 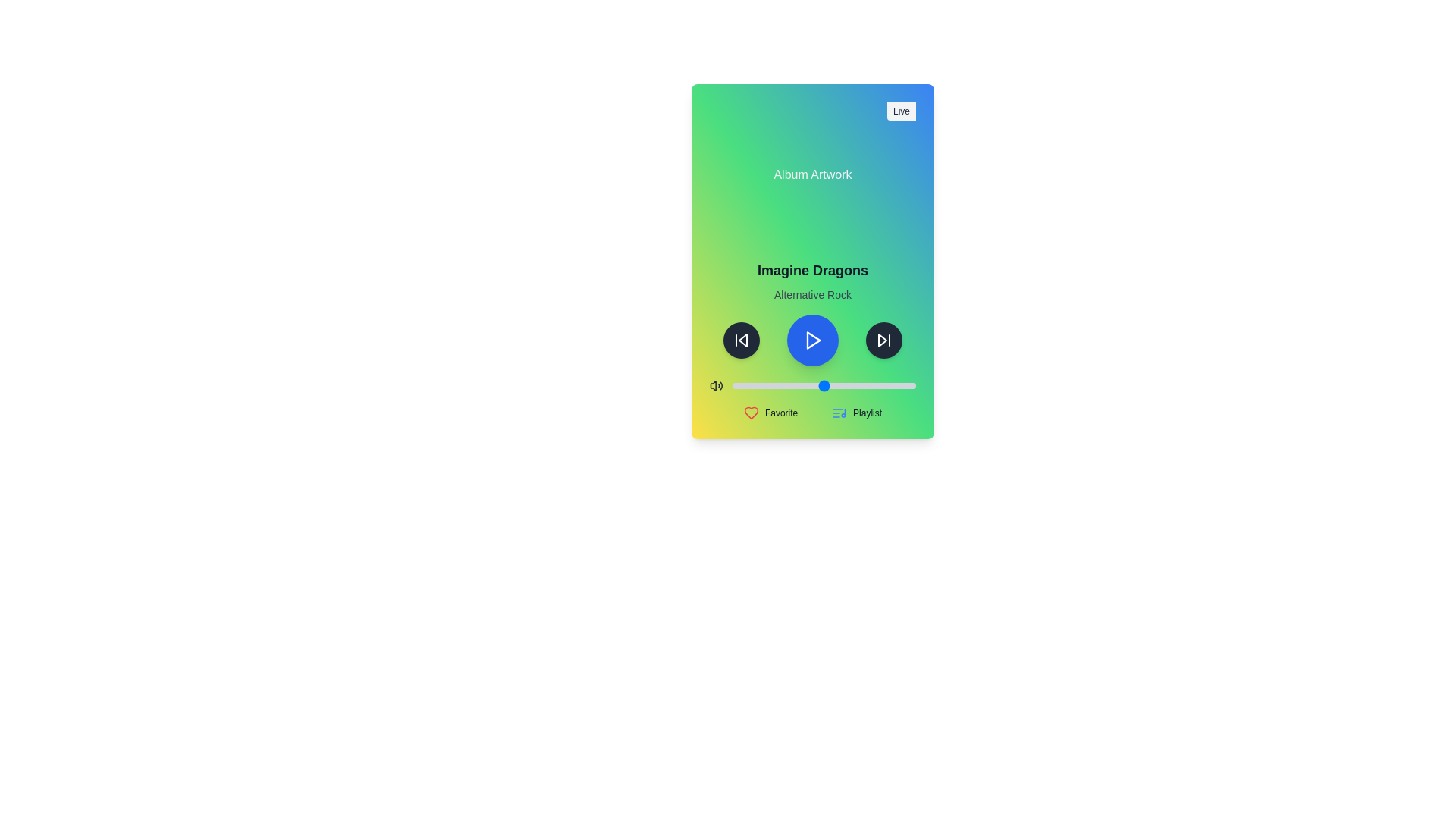 What do you see at coordinates (811, 281) in the screenshot?
I see `the label displaying 'Imagine Dragons' and 'Alternative Rock', which provides contextual information about the content being played` at bounding box center [811, 281].